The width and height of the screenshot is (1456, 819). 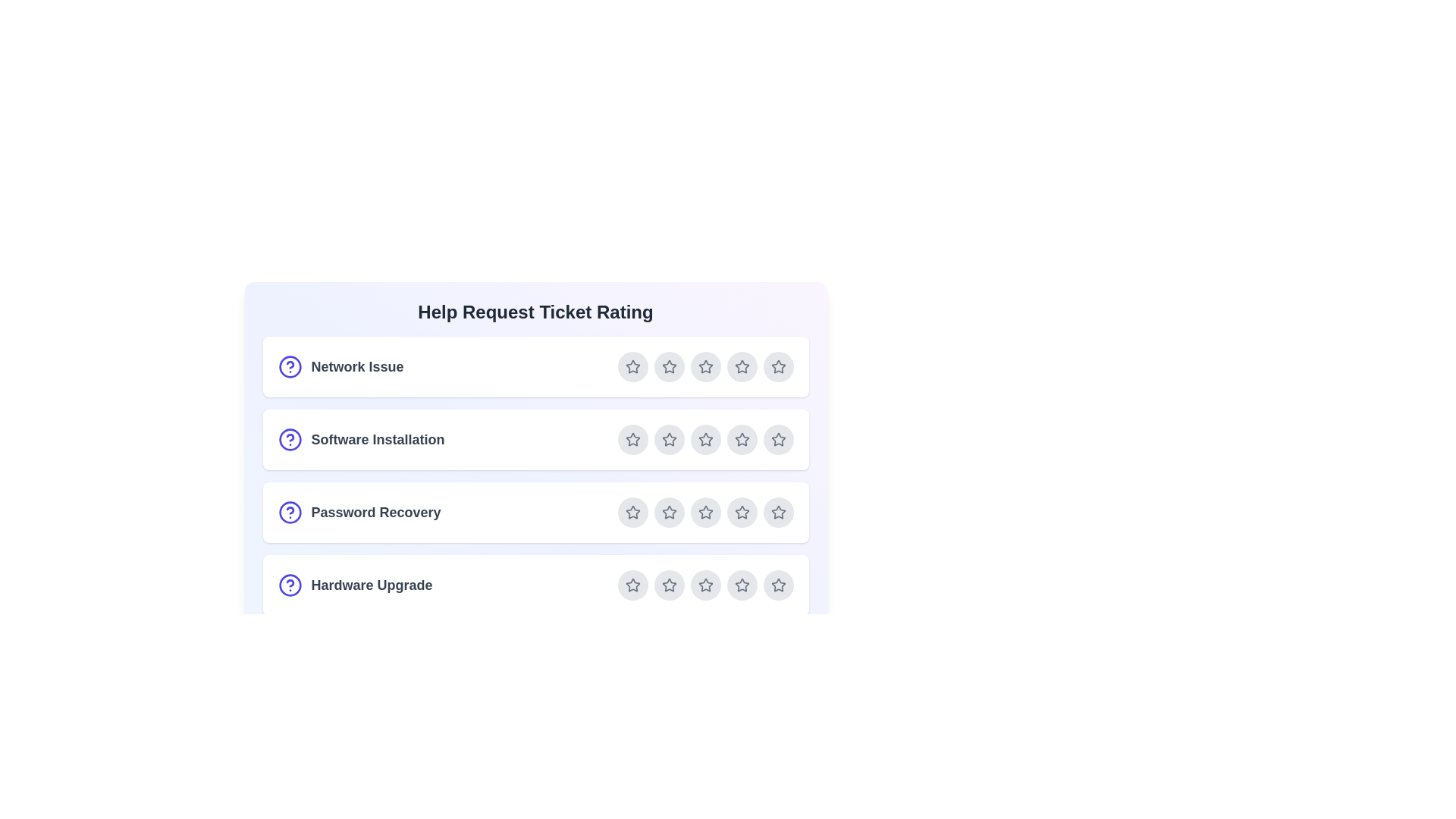 I want to click on the star corresponding to 4 for the ticket Software Installation, so click(x=742, y=439).